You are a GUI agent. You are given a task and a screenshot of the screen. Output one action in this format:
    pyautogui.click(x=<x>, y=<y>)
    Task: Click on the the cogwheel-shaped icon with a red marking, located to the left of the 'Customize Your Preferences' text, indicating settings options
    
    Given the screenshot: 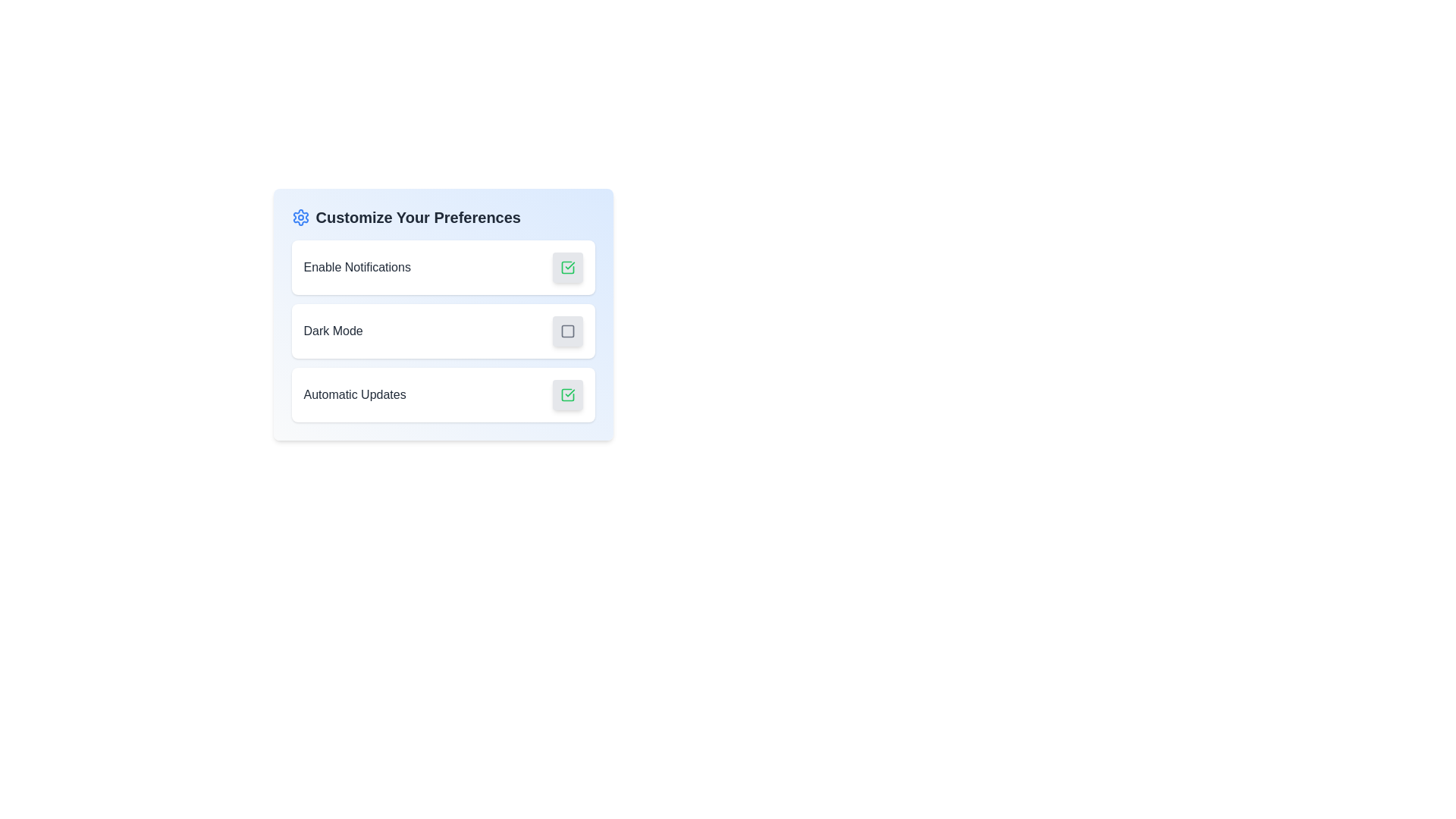 What is the action you would take?
    pyautogui.click(x=300, y=217)
    